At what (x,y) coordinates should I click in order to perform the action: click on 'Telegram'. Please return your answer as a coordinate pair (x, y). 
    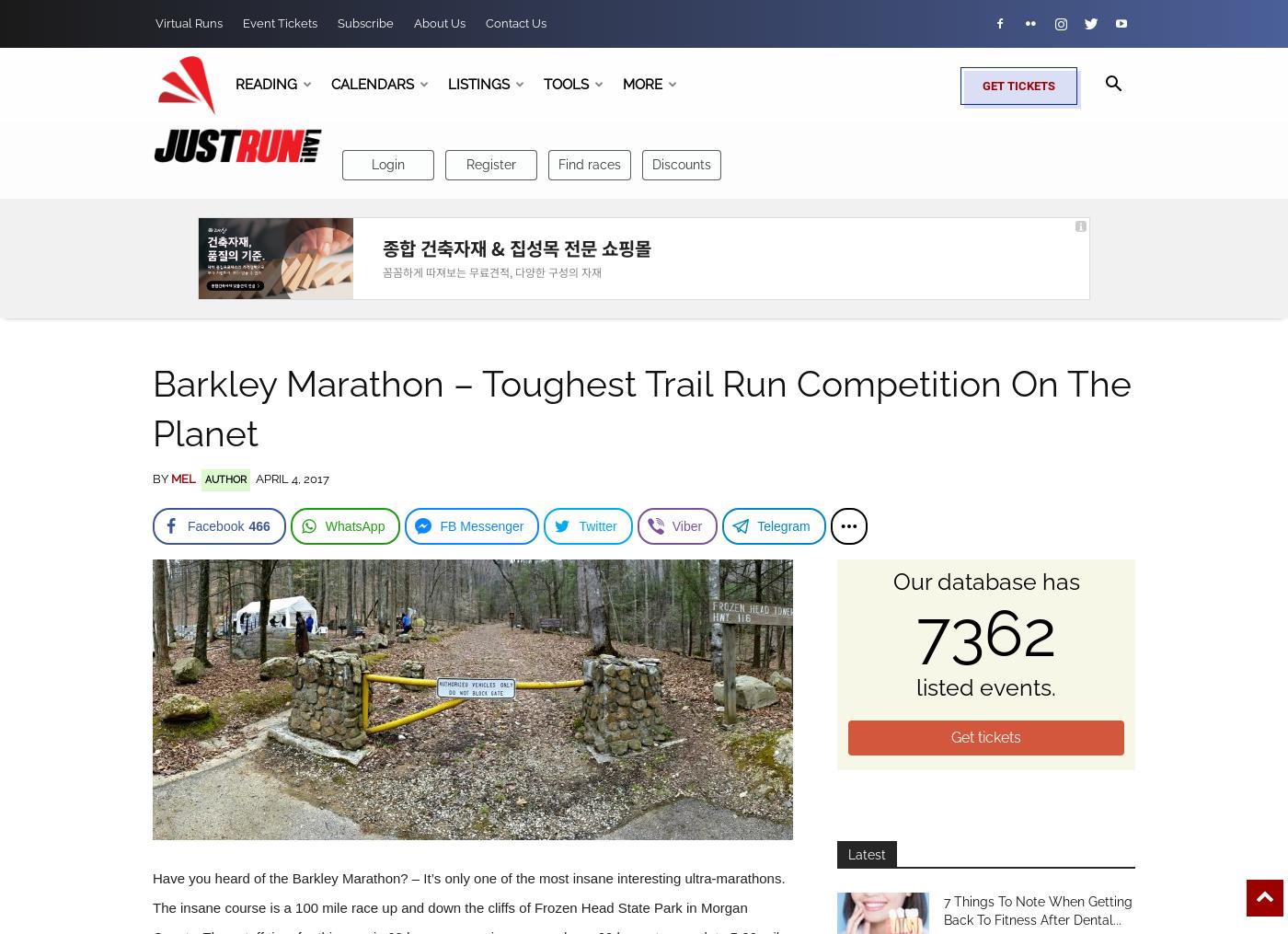
    Looking at the image, I should click on (757, 525).